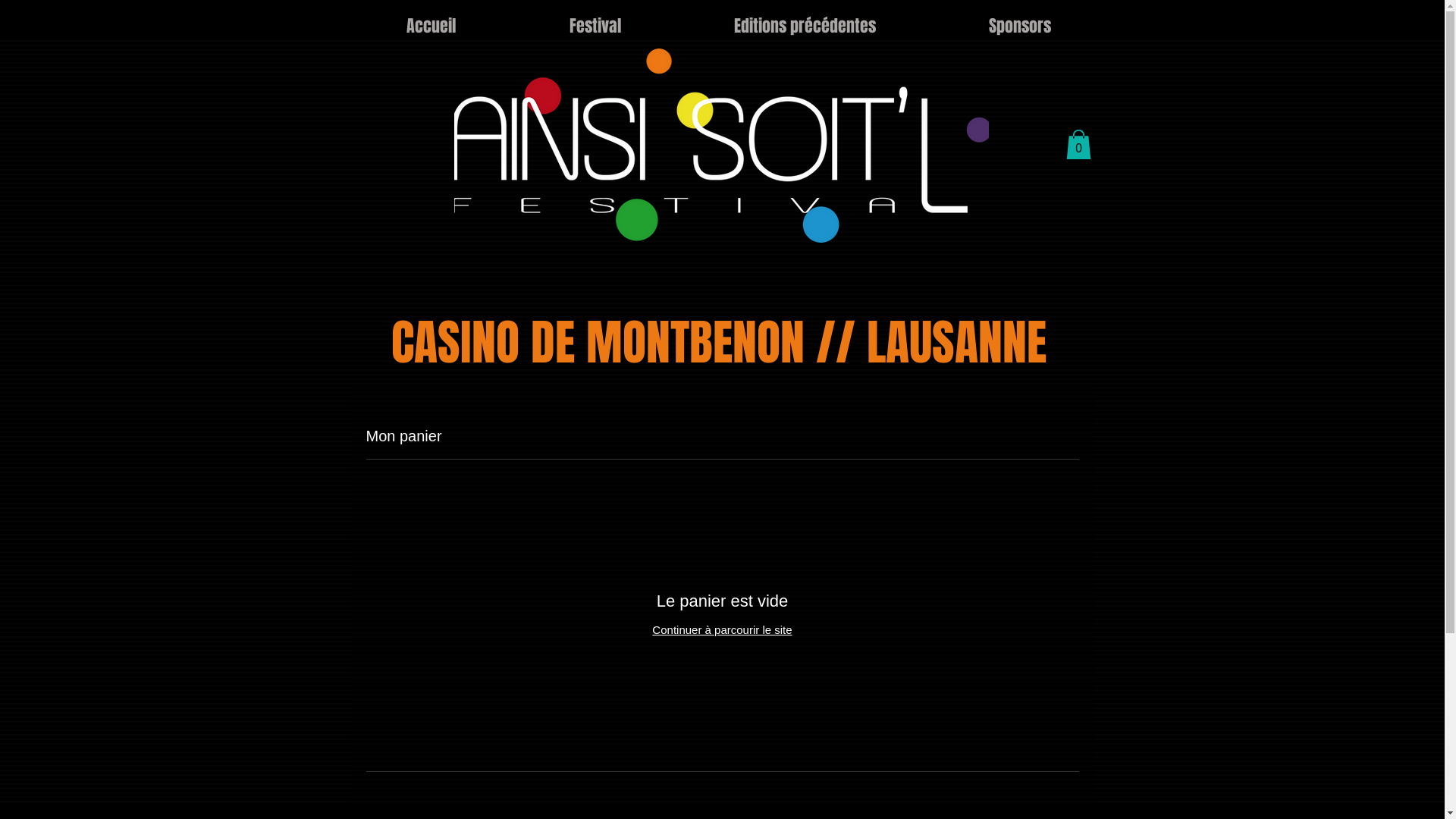  Describe the element at coordinates (1078, 144) in the screenshot. I see `'0'` at that location.